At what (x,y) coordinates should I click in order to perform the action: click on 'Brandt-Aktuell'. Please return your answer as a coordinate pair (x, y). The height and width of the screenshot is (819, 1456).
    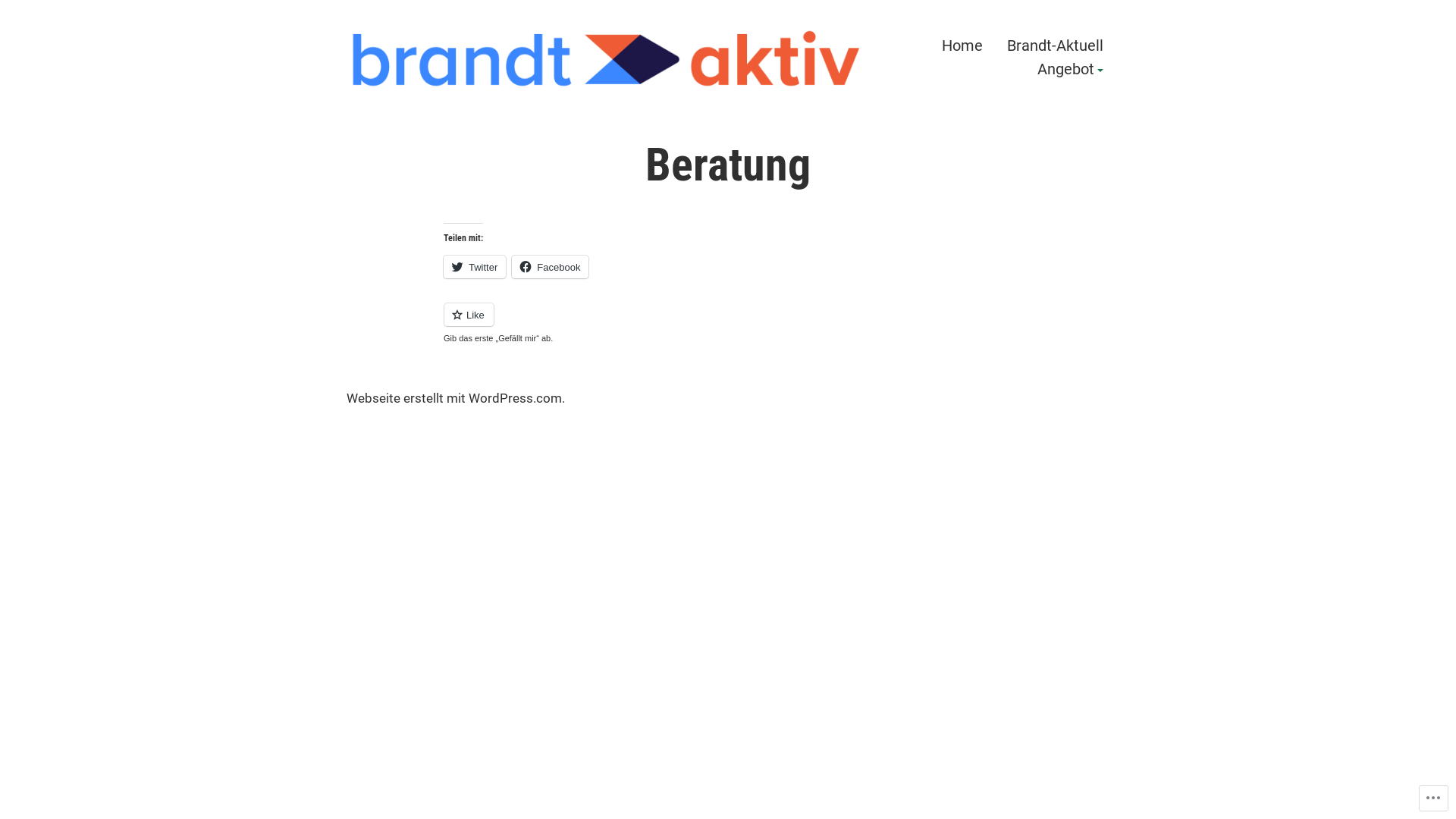
    Looking at the image, I should click on (1054, 44).